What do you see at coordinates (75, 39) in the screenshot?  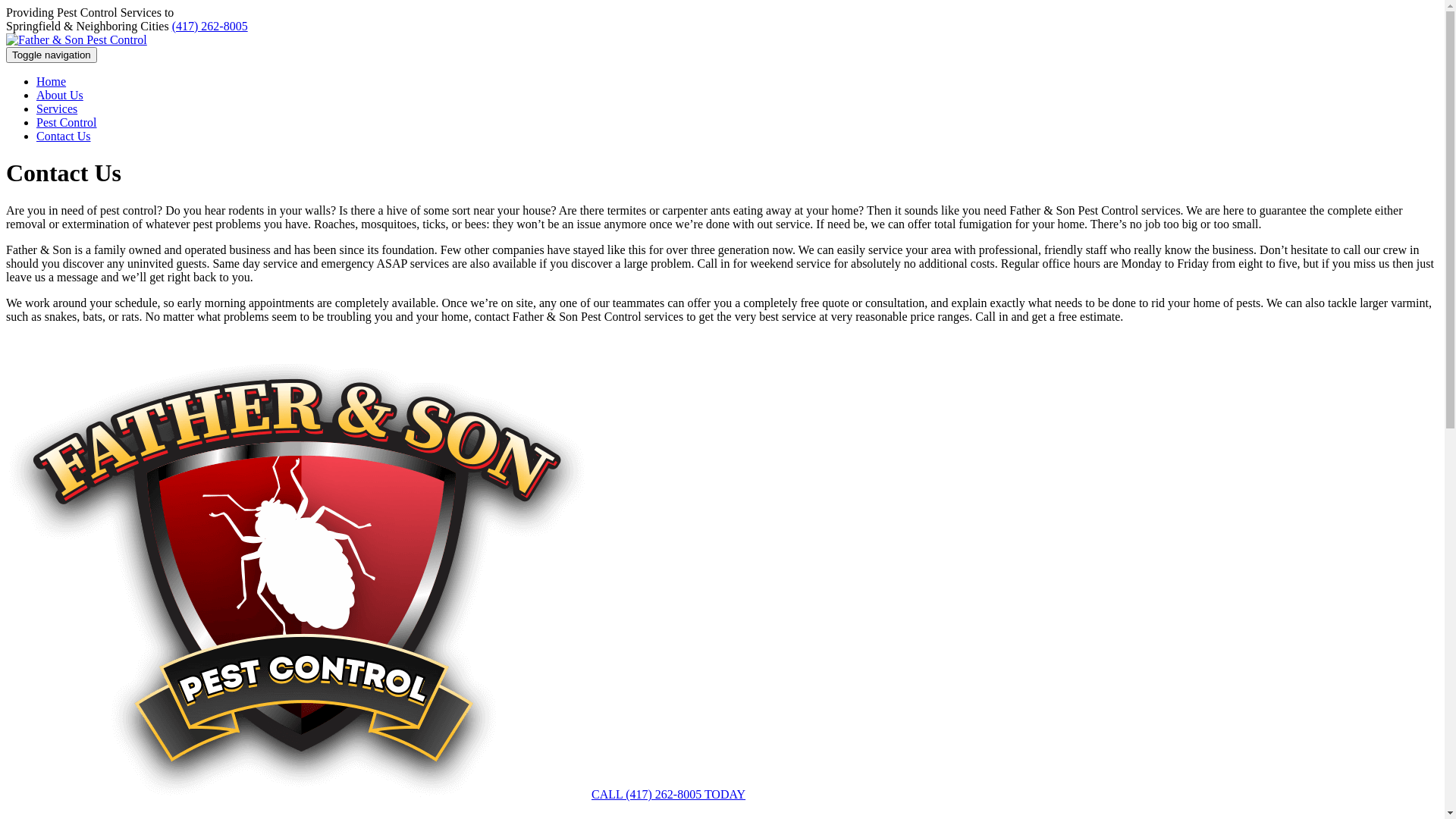 I see `'Father & Son Pest Control'` at bounding box center [75, 39].